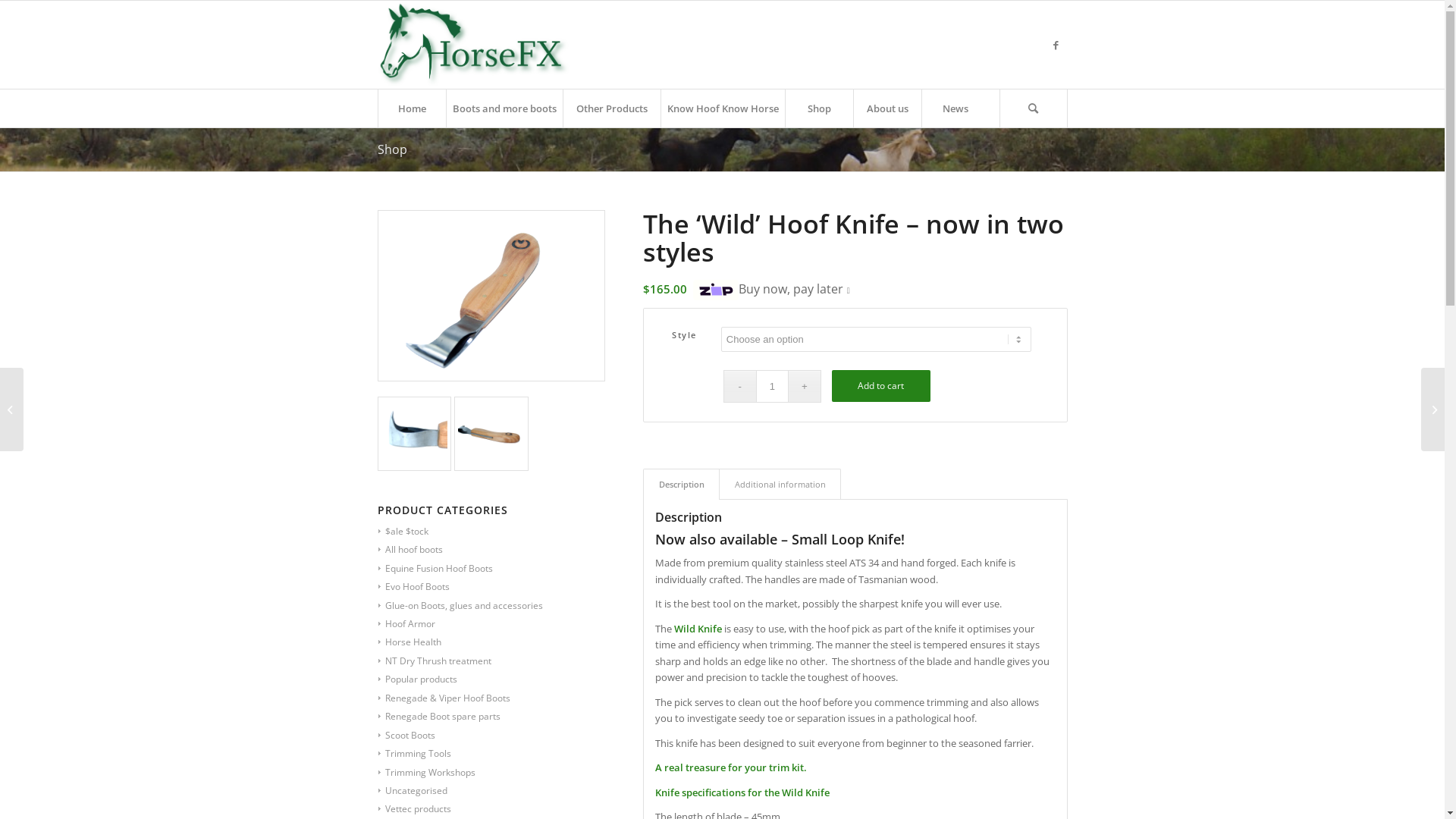 The width and height of the screenshot is (1456, 819). Describe the element at coordinates (378, 808) in the screenshot. I see `'Vettec products'` at that location.